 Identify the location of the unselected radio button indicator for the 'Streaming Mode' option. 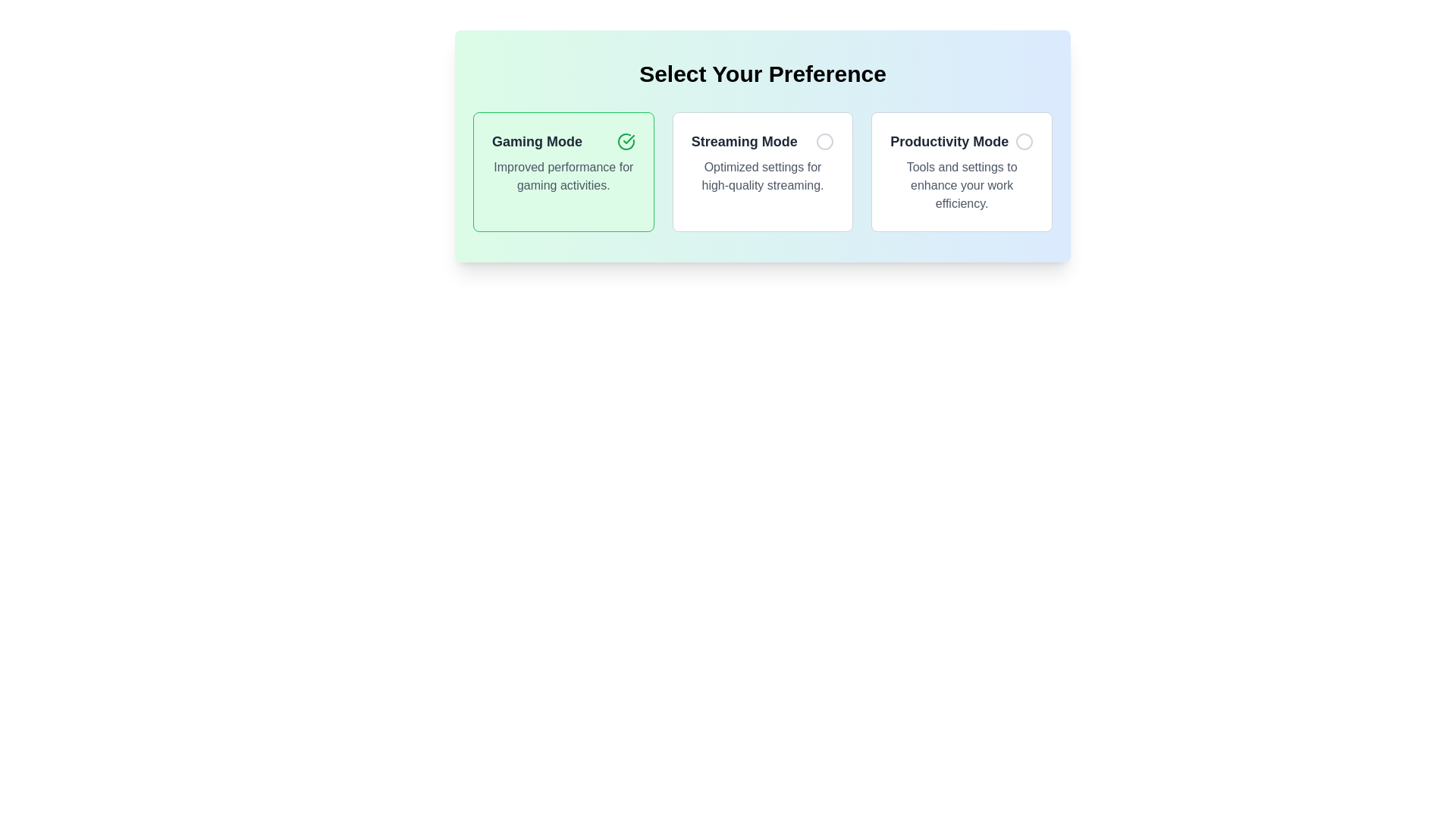
(824, 141).